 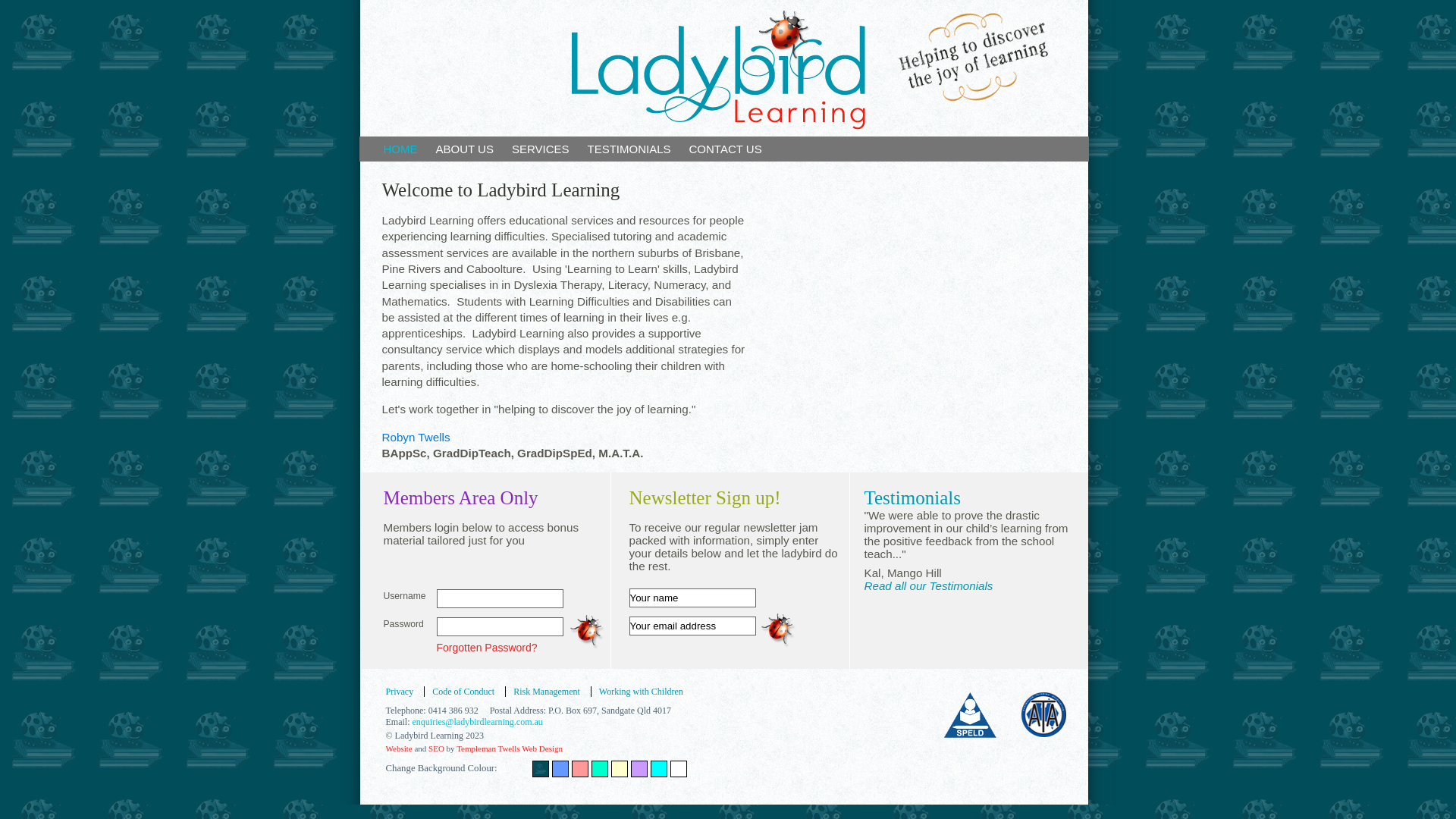 What do you see at coordinates (692, 626) in the screenshot?
I see `'Your email address'` at bounding box center [692, 626].